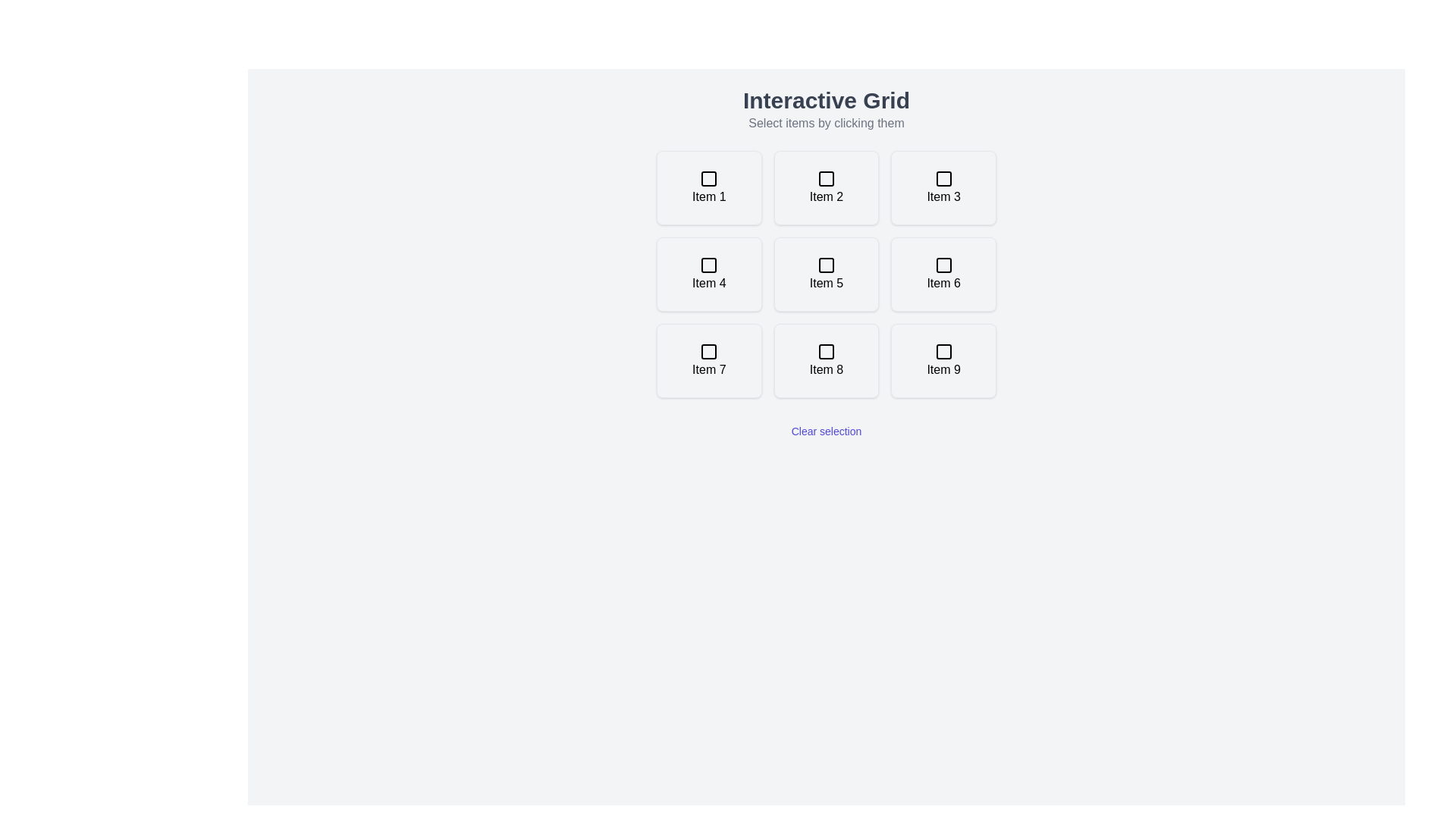 This screenshot has height=819, width=1456. What do you see at coordinates (825, 431) in the screenshot?
I see `the 'Clear selection' text link, which is a blue font styled link positioned centrally beneath a grid of selectable items` at bounding box center [825, 431].